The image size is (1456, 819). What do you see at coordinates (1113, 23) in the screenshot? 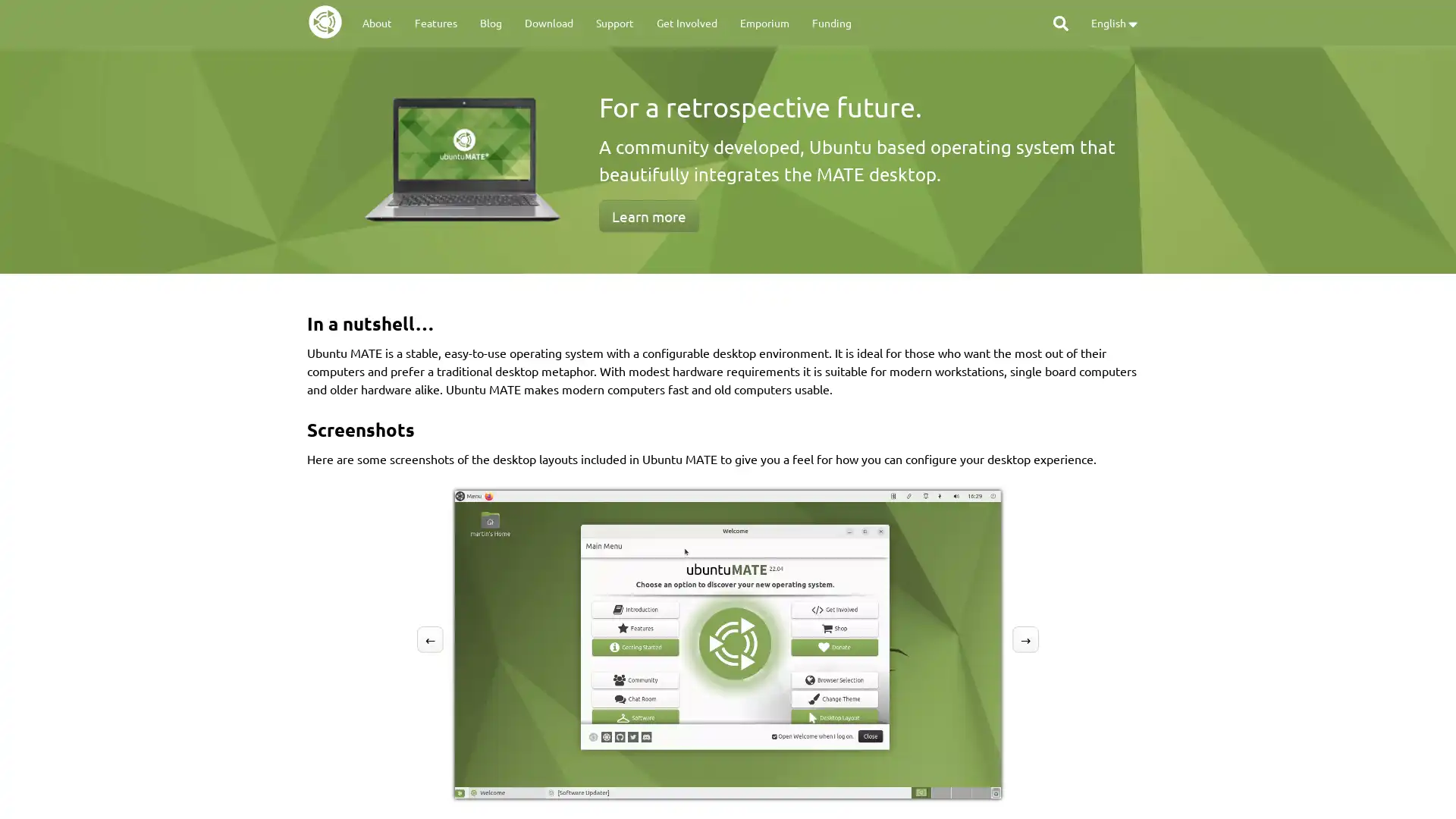
I see `English` at bounding box center [1113, 23].